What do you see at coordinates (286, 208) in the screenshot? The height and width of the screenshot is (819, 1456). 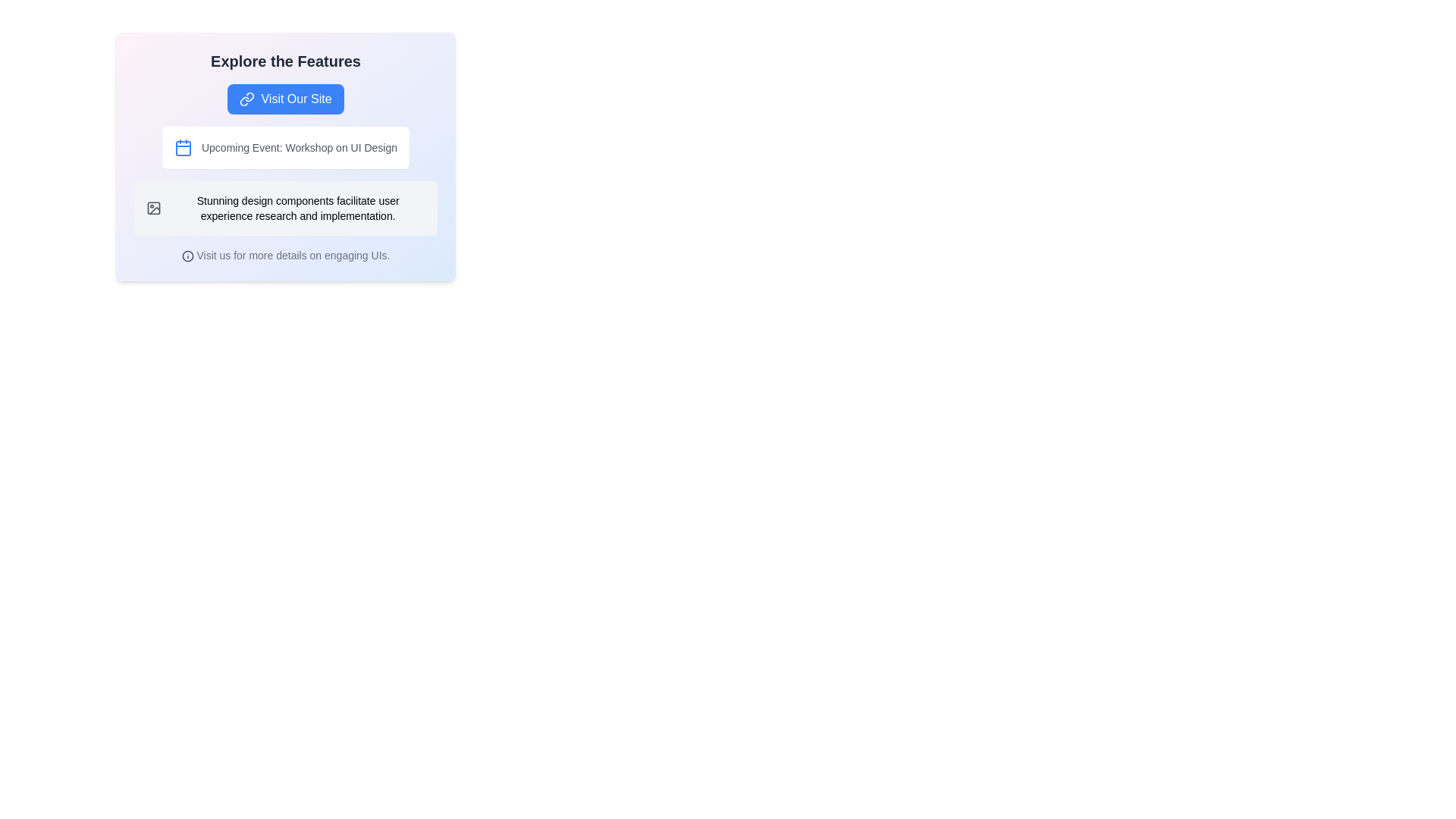 I see `text element that displays the sentence 'Stunning design components facilitate user experience research and implementation.', which is located next to an image placeholder icon and beneath a blue button labeled 'Visit Our Site'` at bounding box center [286, 208].